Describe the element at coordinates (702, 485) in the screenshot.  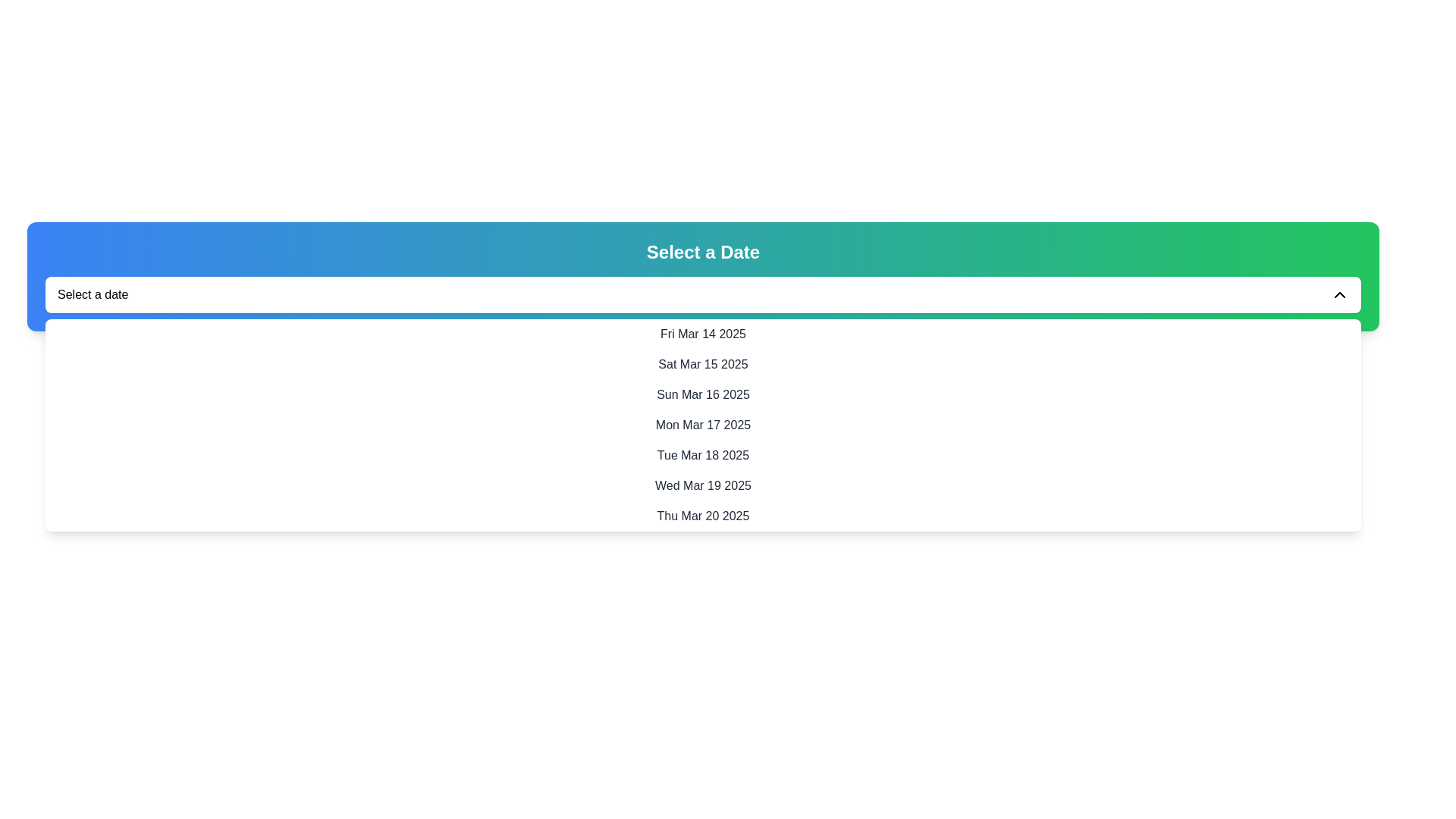
I see `the list item displaying the date 'Wed Mar 19 2025'` at that location.